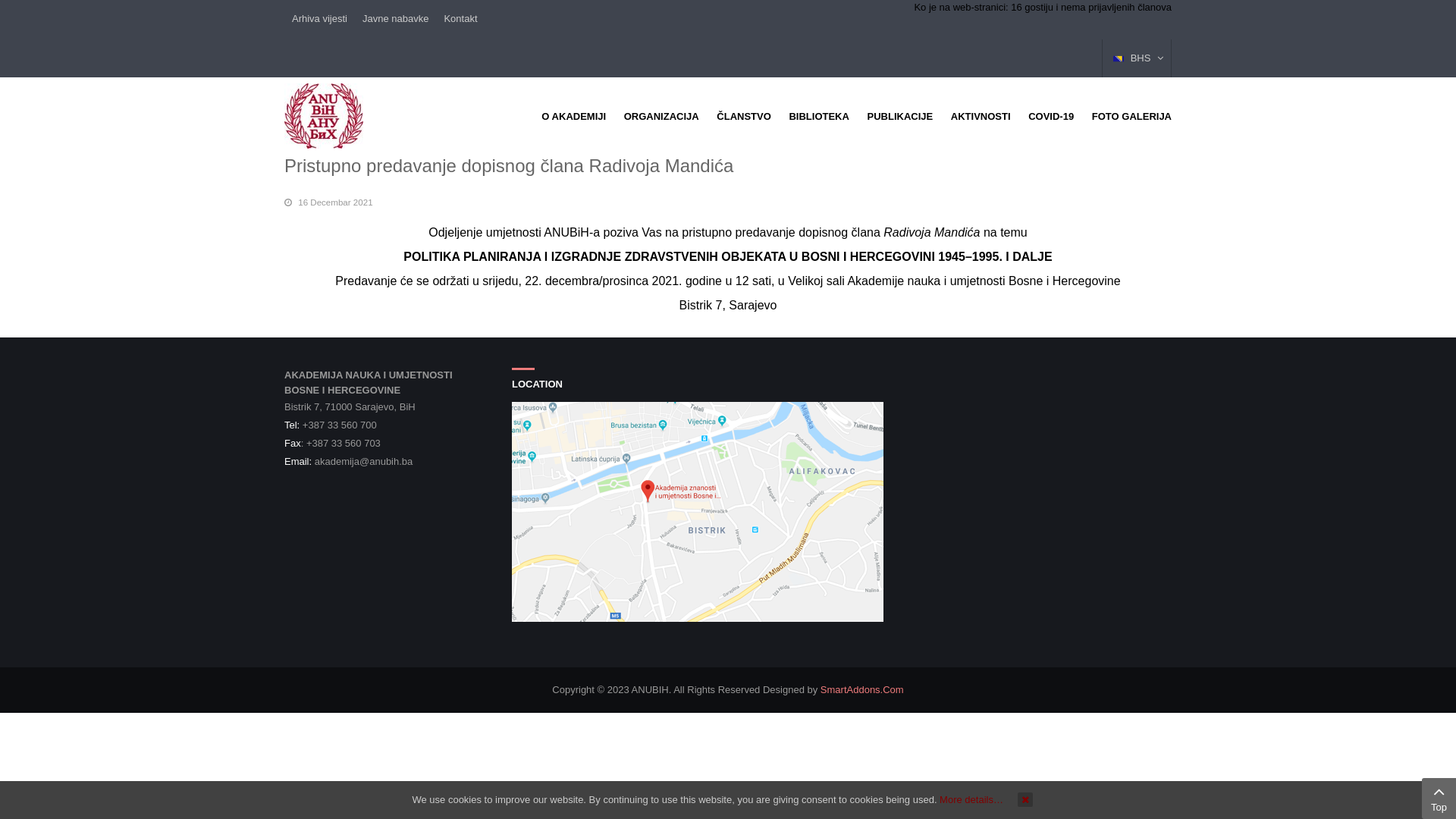 The width and height of the screenshot is (1456, 819). What do you see at coordinates (1136, 58) in the screenshot?
I see `'BHS'` at bounding box center [1136, 58].